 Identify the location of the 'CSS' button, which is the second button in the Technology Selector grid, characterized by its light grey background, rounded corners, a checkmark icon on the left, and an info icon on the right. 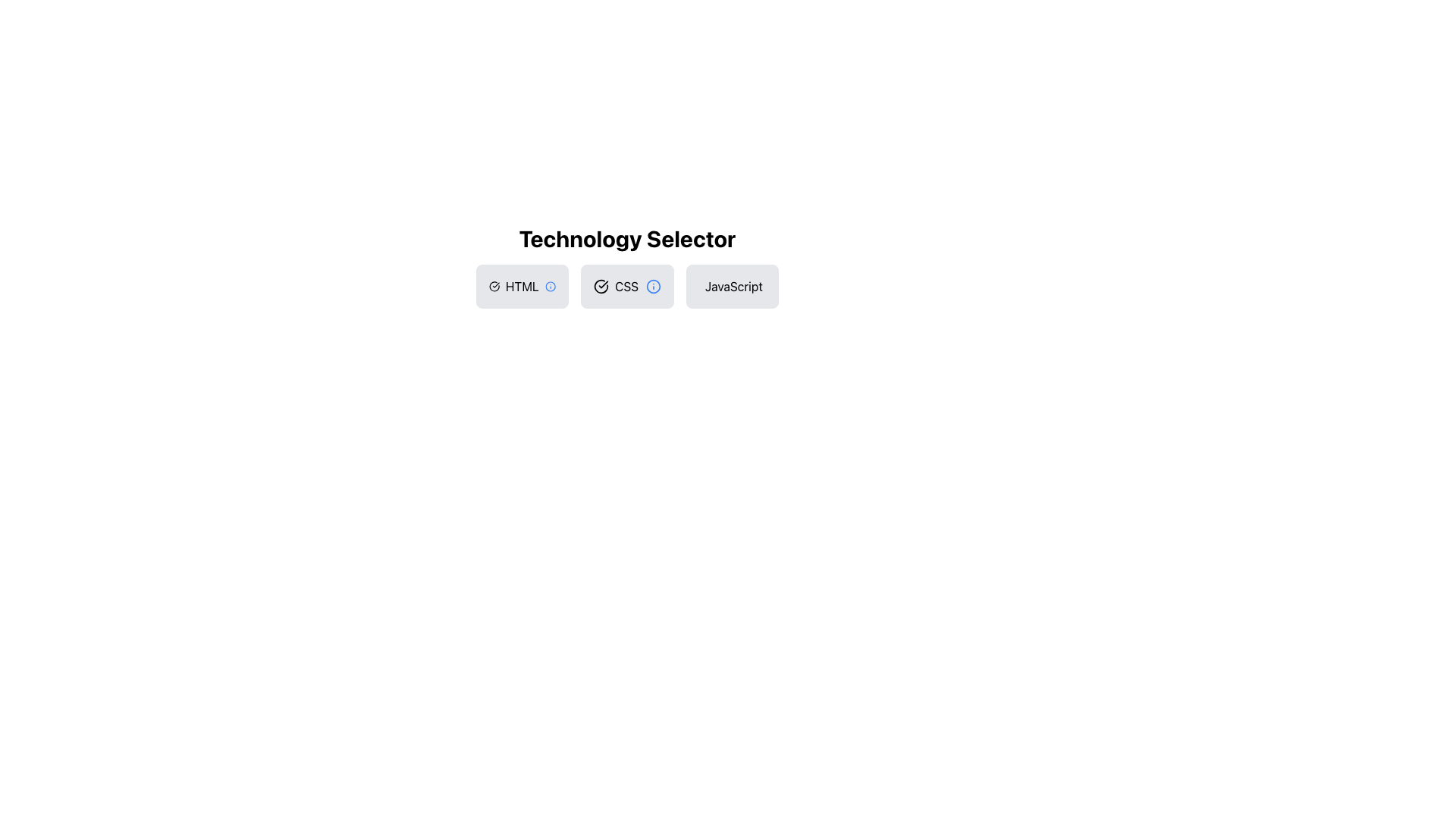
(626, 287).